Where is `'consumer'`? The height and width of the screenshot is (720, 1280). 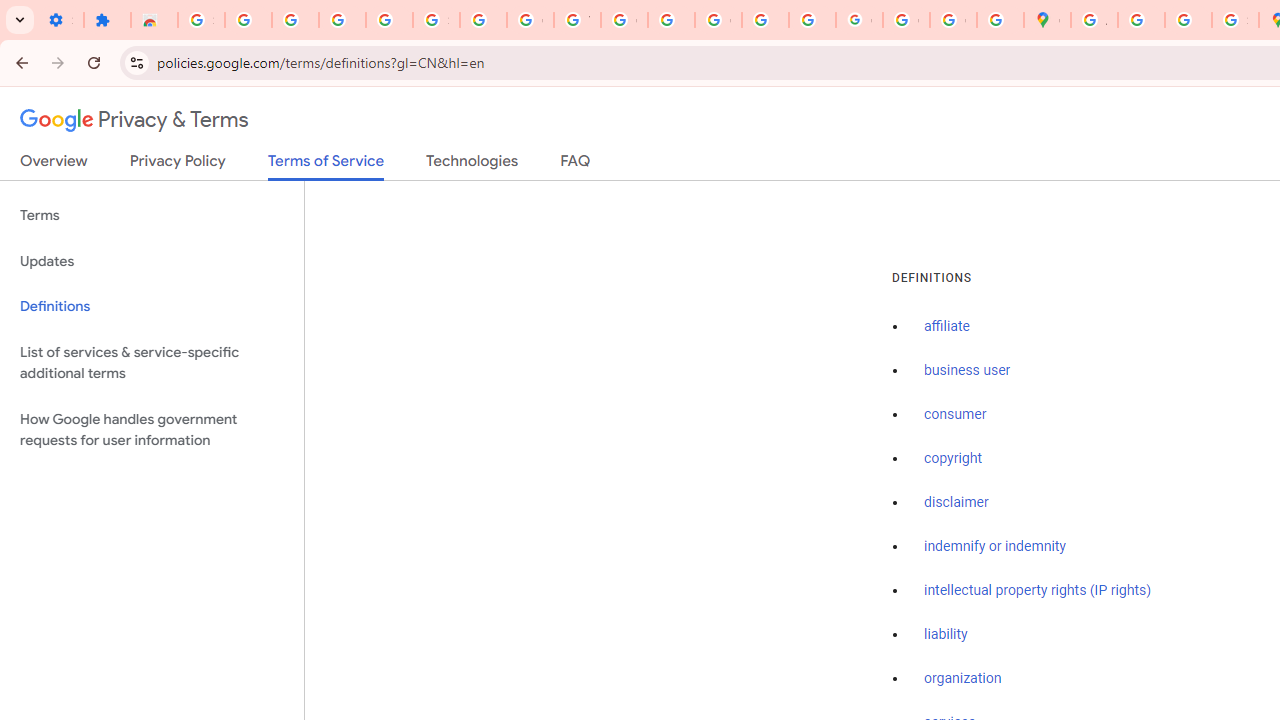
'consumer' is located at coordinates (954, 414).